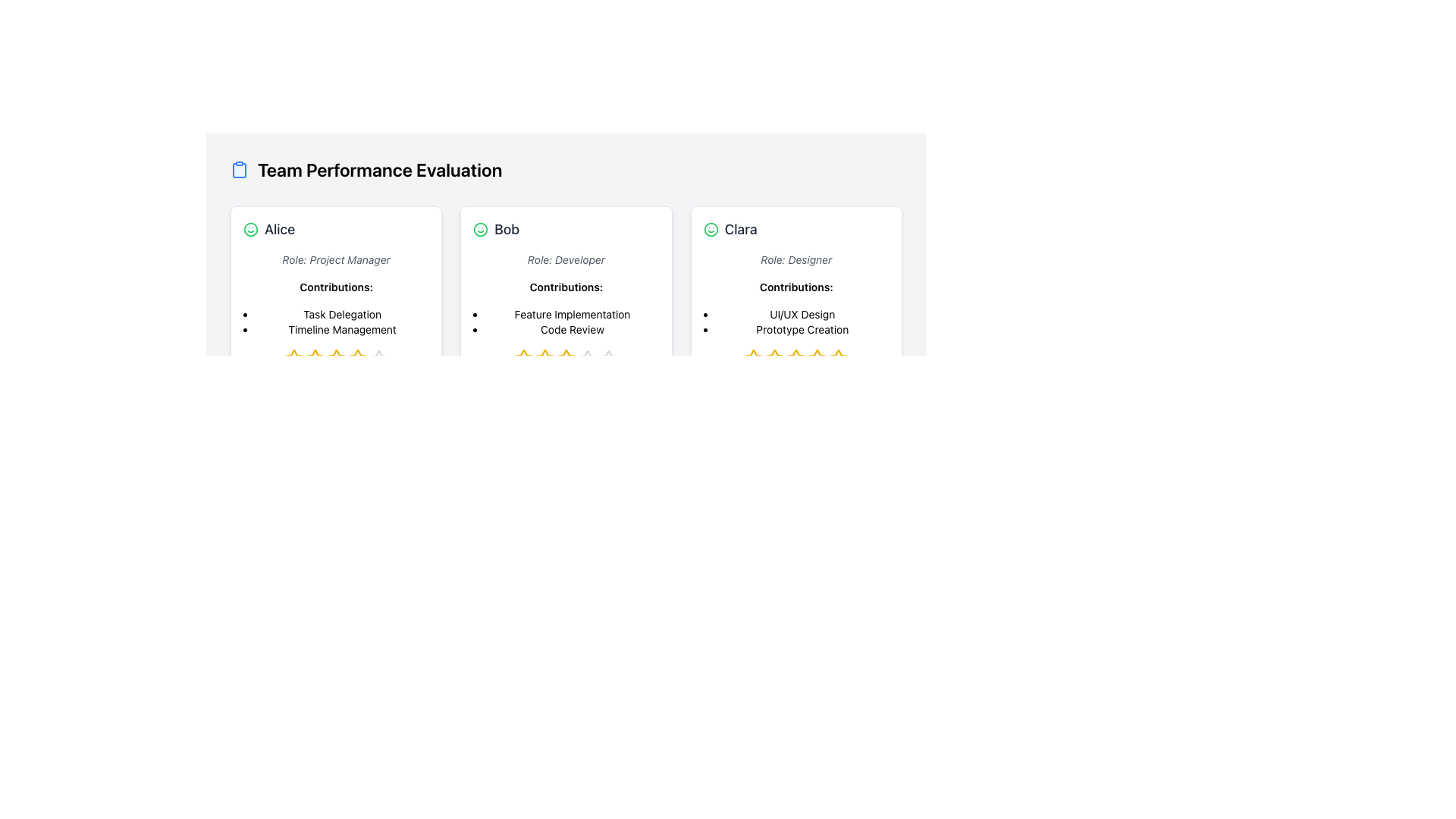 Image resolution: width=1456 pixels, height=819 pixels. I want to click on the circular icon with a green outline and a smiley face design, located left of the name 'Bob' in the second card from the left, so click(480, 230).